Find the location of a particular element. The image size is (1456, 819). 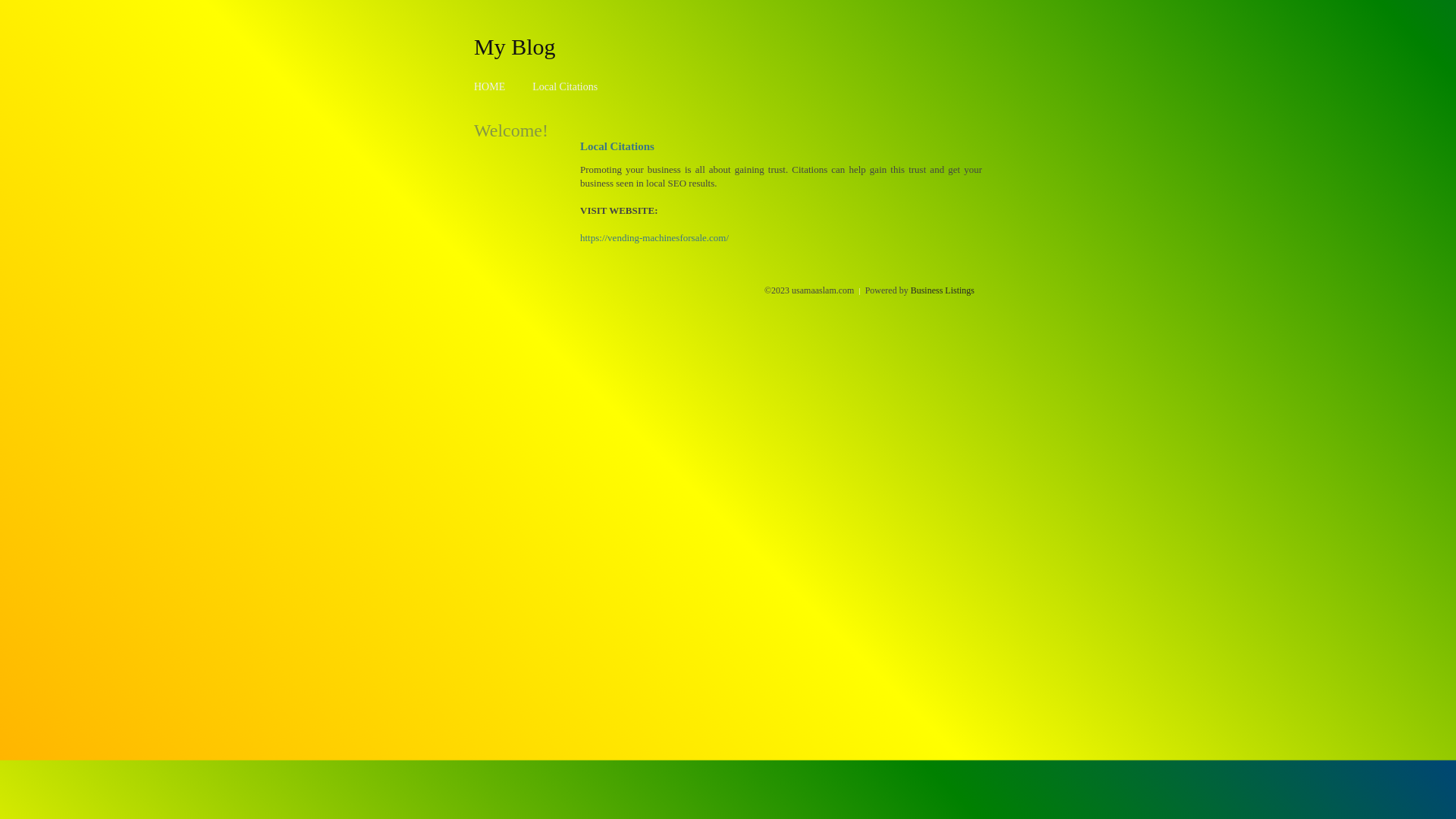

'HOME' is located at coordinates (489, 86).